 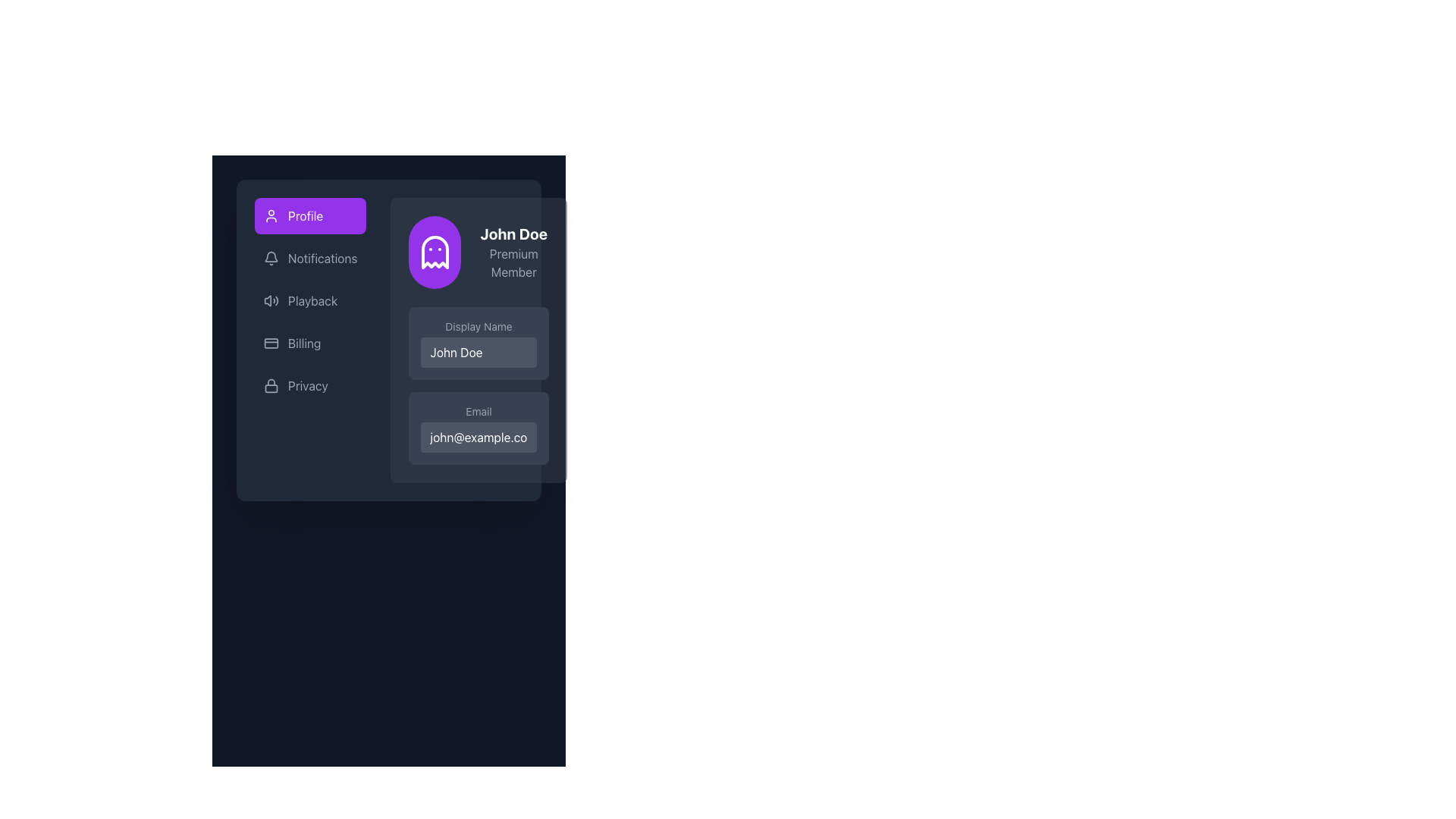 I want to click on the navigation menu item located on the left side of the application, so click(x=389, y=339).